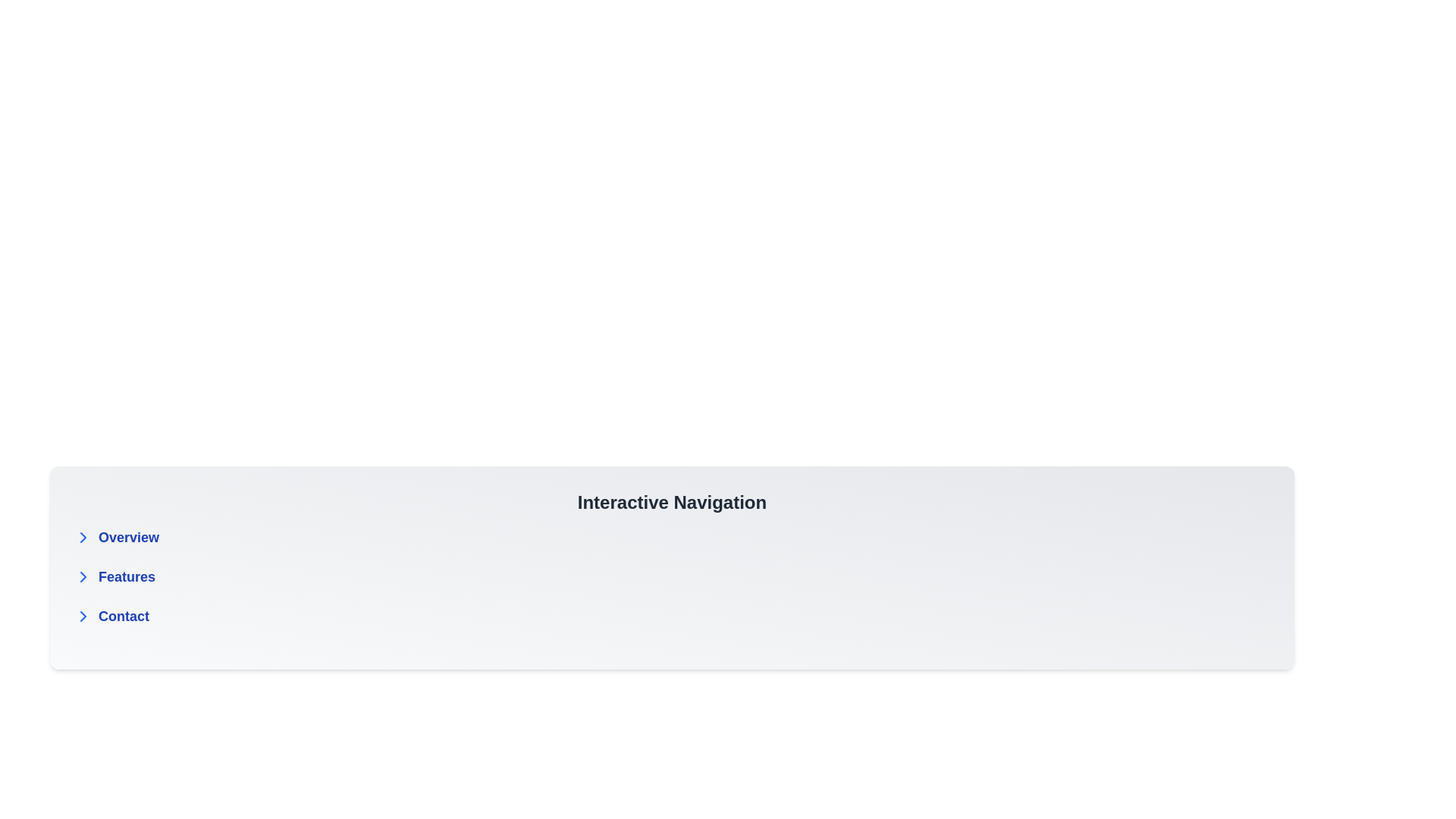 This screenshot has height=819, width=1456. Describe the element at coordinates (83, 576) in the screenshot. I see `the blue right-pointing chevron icon located to the left of the 'Features' text` at that location.